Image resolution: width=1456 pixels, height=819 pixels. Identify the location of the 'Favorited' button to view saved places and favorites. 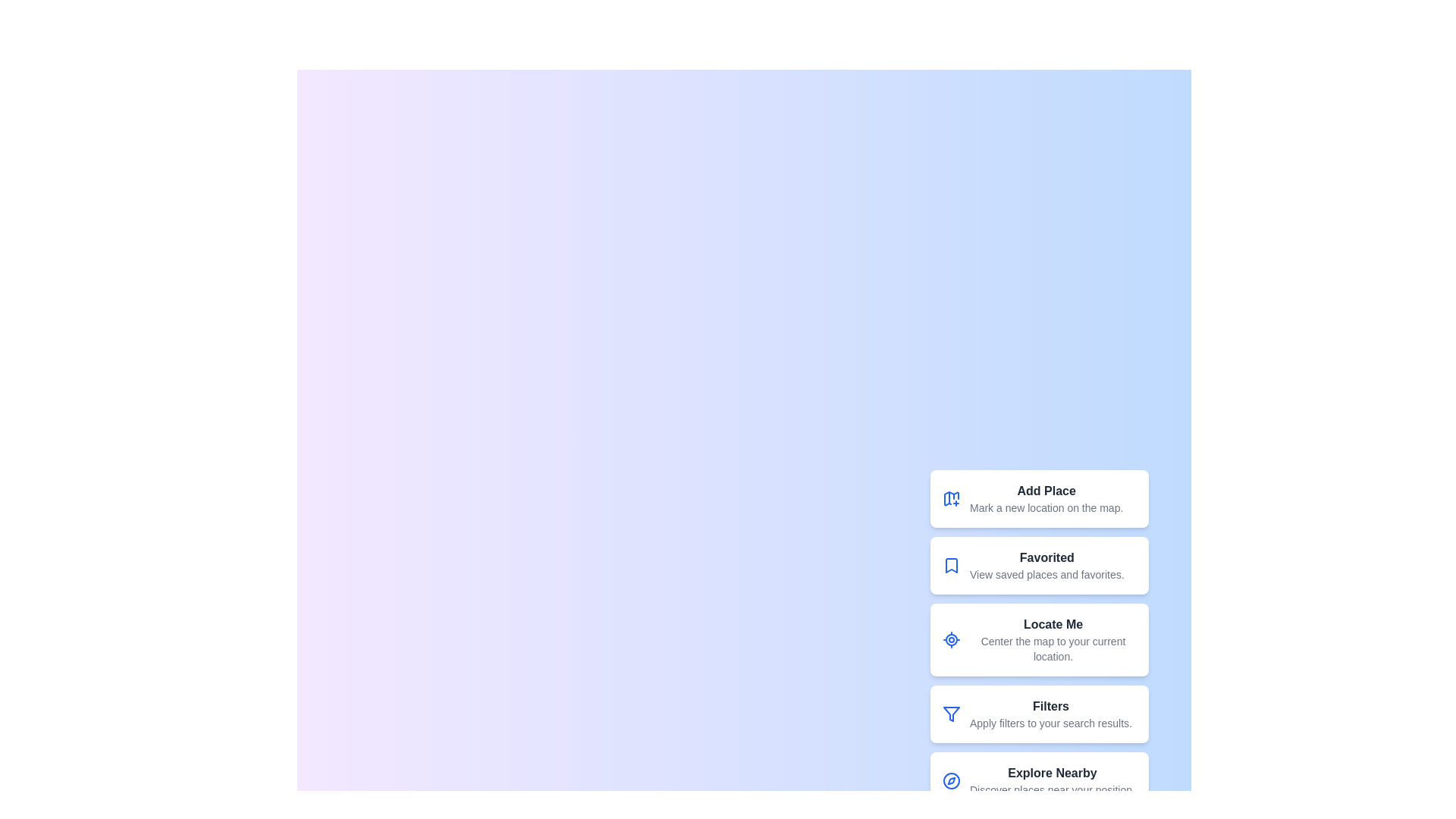
(1046, 565).